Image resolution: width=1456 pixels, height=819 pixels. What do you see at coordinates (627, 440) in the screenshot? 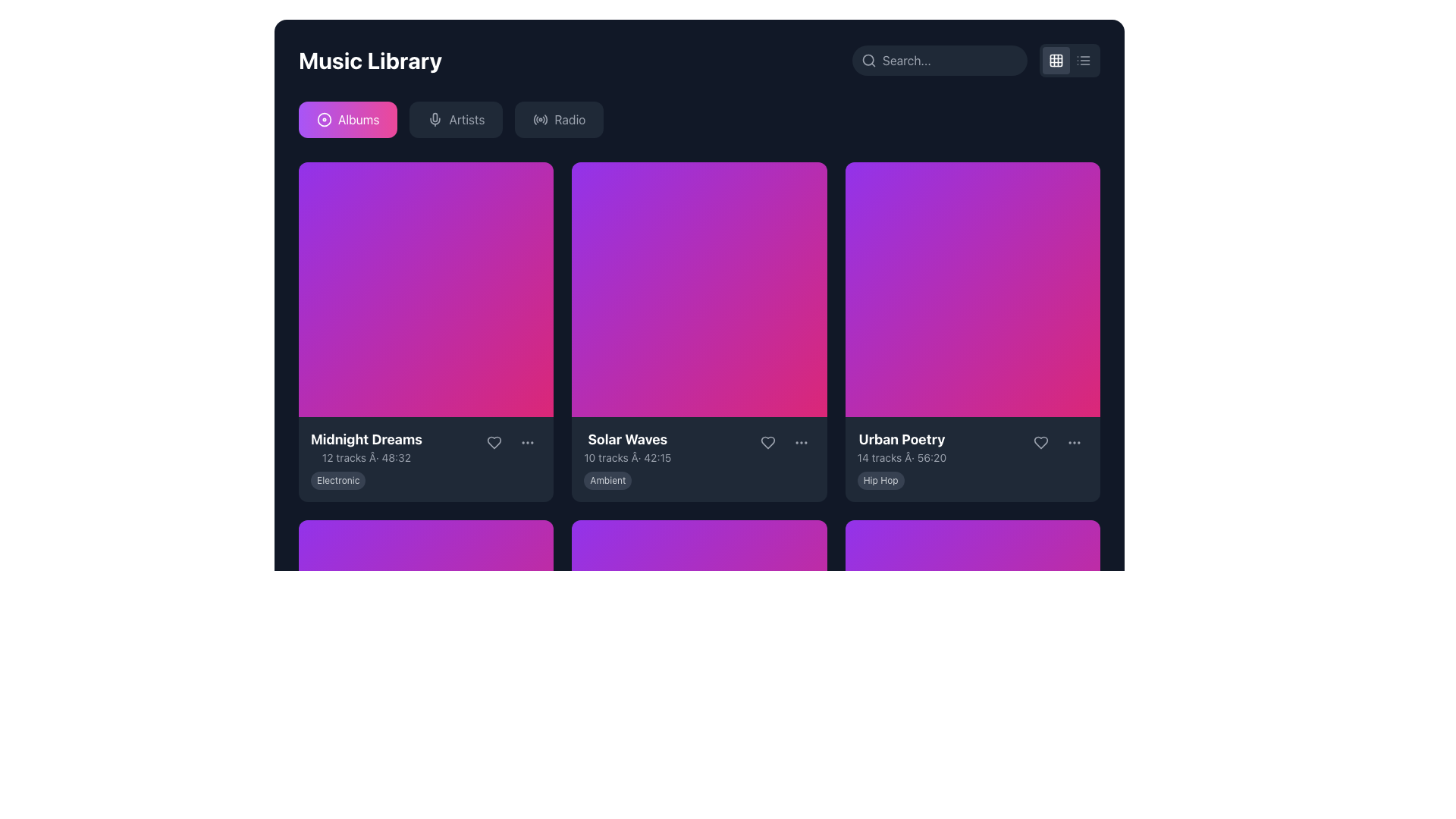
I see `the 'Solar Waves' text label, which is styled in bold, large white font and is positioned at the top-center of the second card in the grid layout` at bounding box center [627, 440].